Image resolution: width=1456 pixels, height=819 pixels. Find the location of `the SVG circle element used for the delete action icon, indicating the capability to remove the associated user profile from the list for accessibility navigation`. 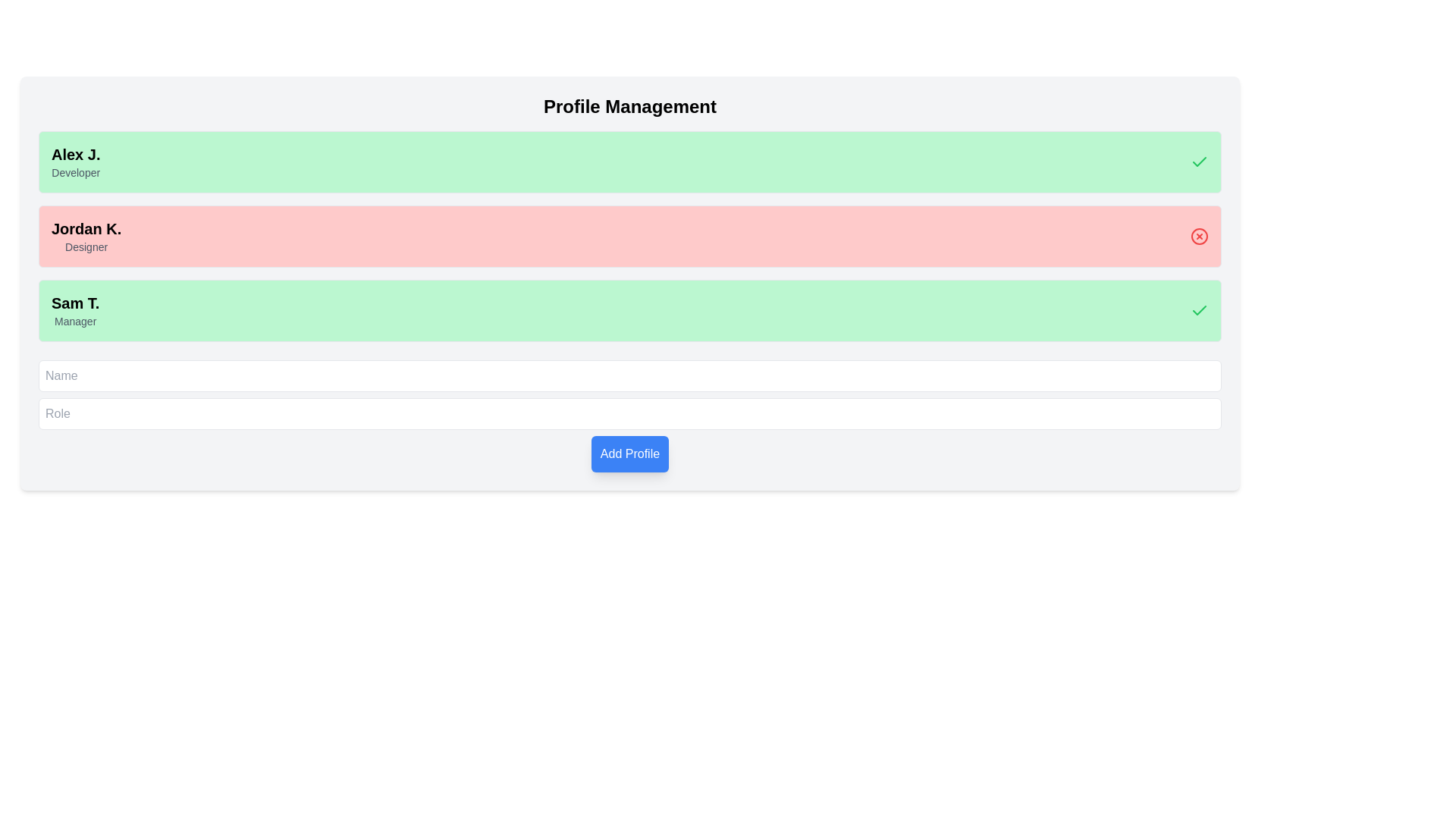

the SVG circle element used for the delete action icon, indicating the capability to remove the associated user profile from the list for accessibility navigation is located at coordinates (1199, 237).